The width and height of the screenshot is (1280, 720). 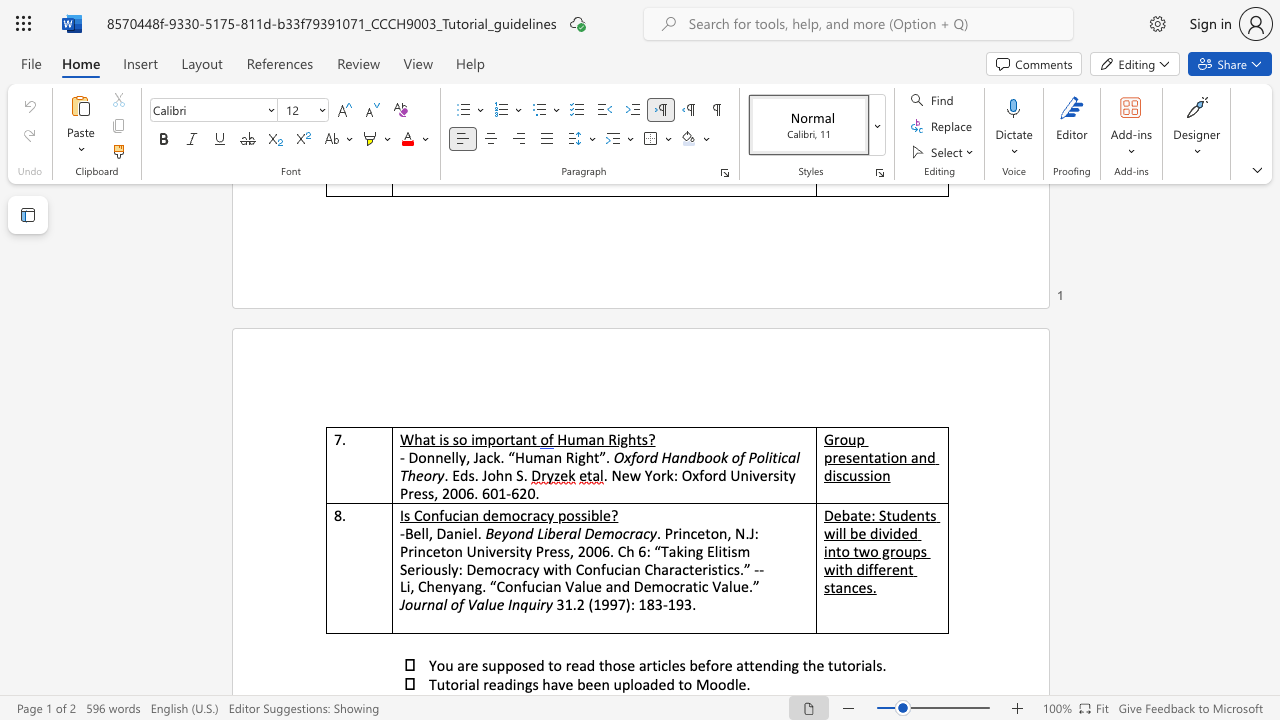 What do you see at coordinates (856, 569) in the screenshot?
I see `the subset text "differe" within the text "Debate: Students will be divided into two groups with different stances."` at bounding box center [856, 569].